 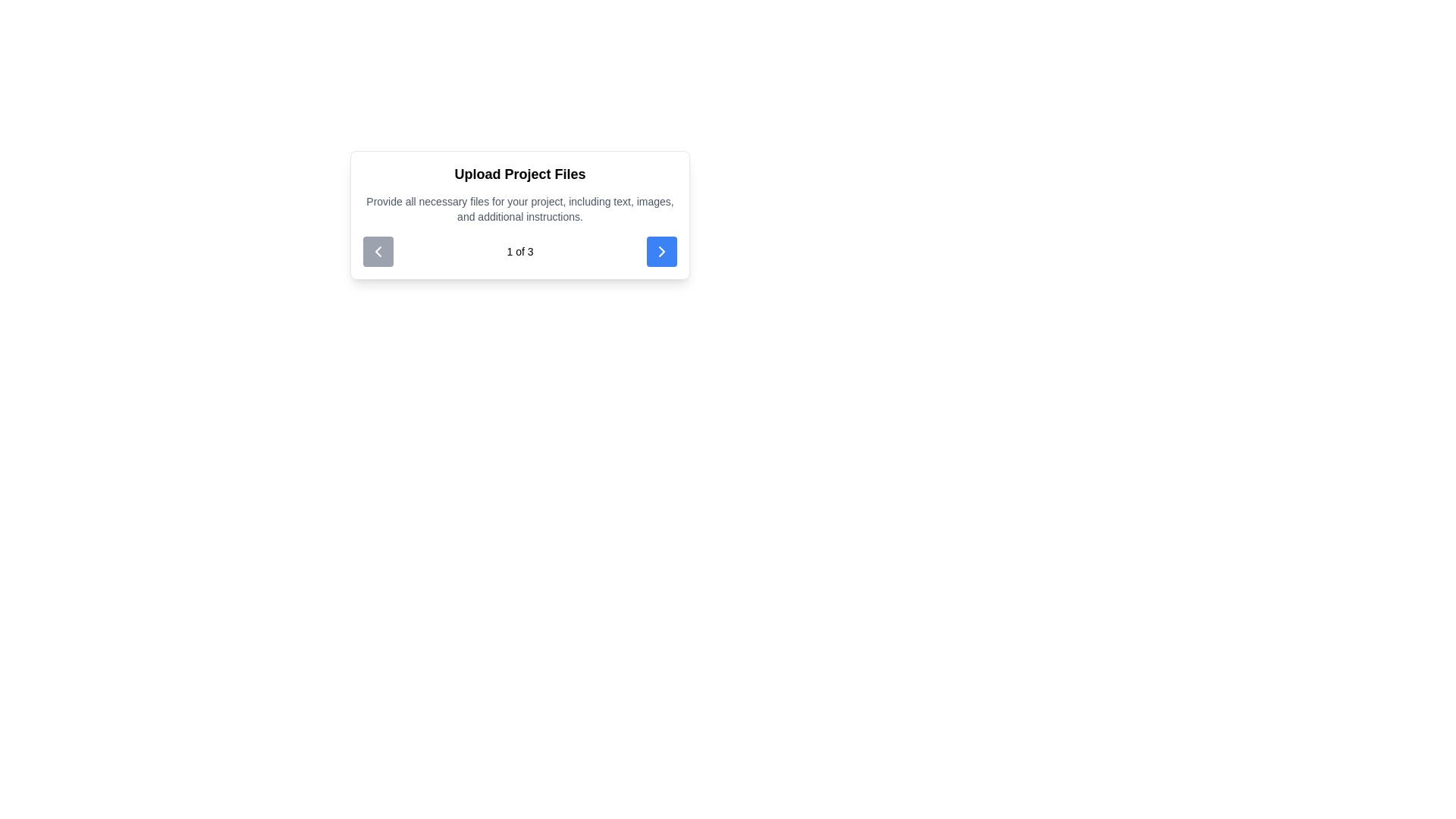 I want to click on the informational display text indicating the current position (1) out of 3 in the pagination system, located in the center of the horizontal navigation bar, so click(x=520, y=250).